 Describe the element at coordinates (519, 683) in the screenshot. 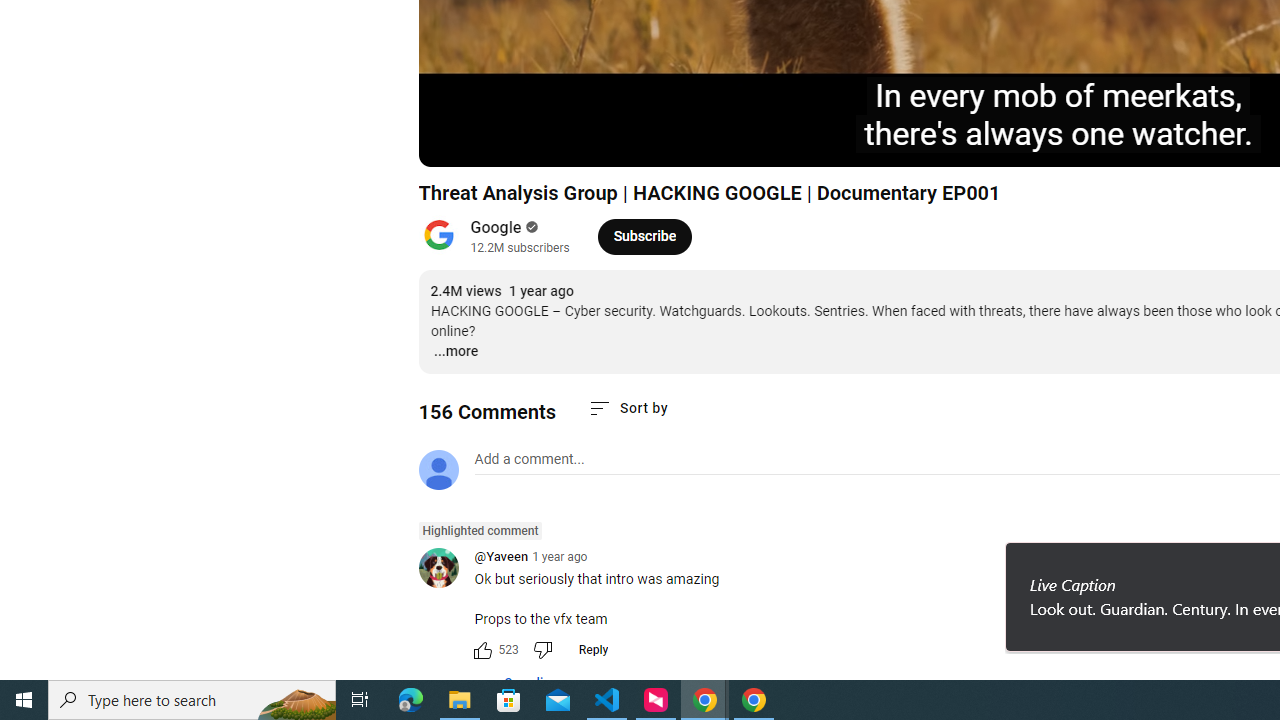

I see `'2 replies'` at that location.